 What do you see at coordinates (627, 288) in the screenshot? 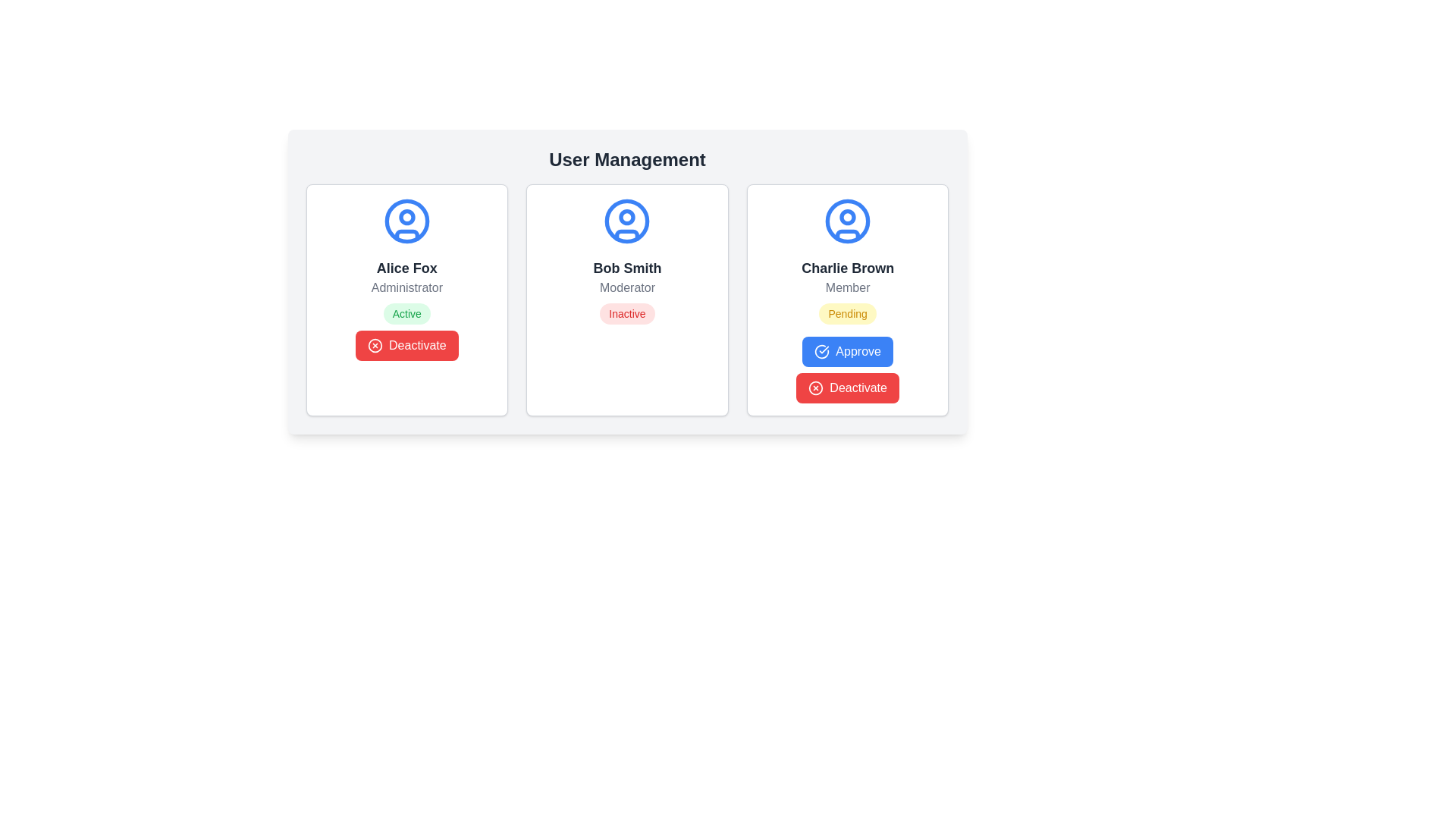
I see `the text label 'Moderator' which is styled with a gray font color, located below 'Bob Smith' and above the 'Inactive' status indicator in the middle card of a three-card layout` at bounding box center [627, 288].